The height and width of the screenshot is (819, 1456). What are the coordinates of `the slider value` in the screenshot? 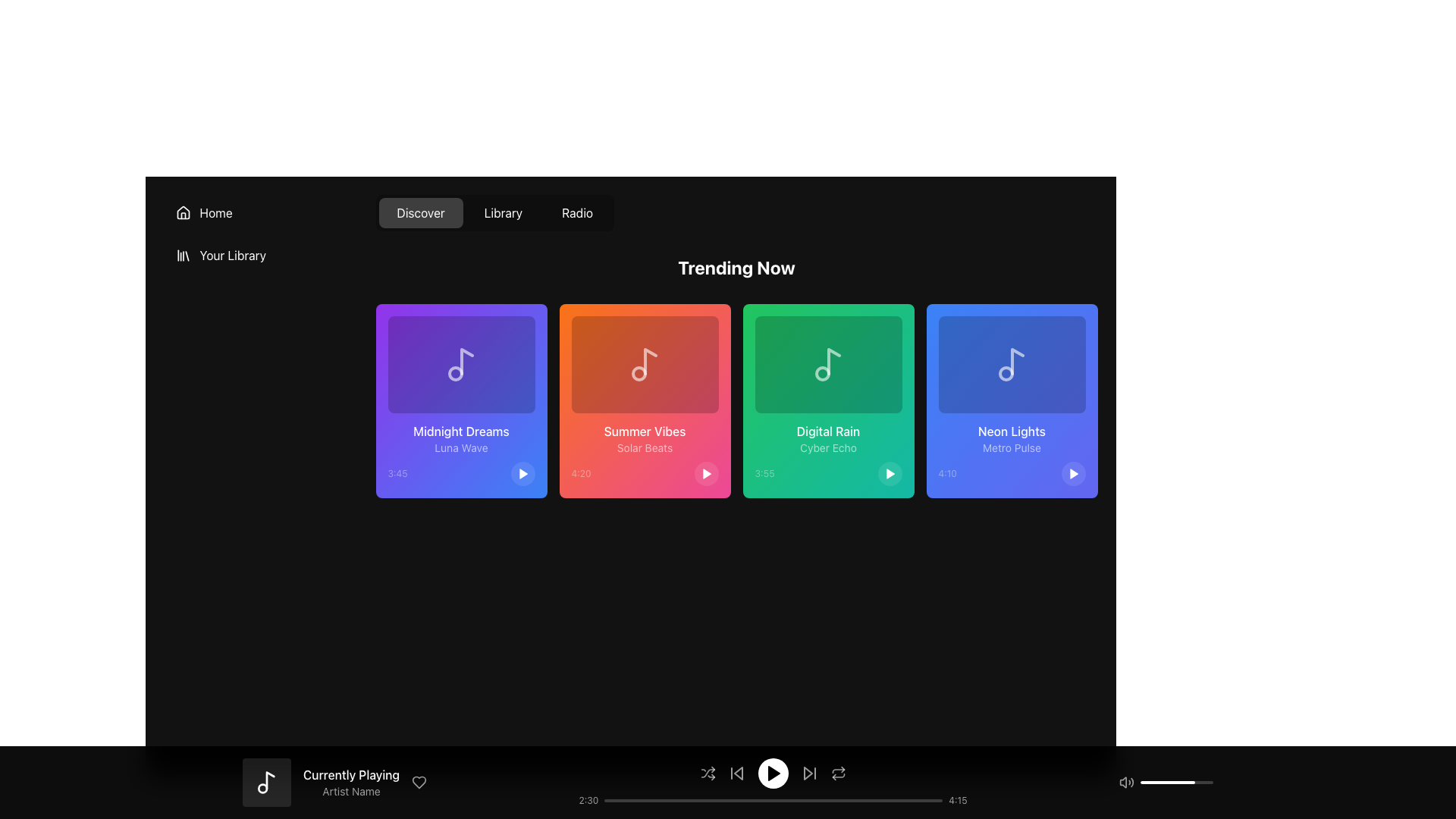 It's located at (1196, 783).